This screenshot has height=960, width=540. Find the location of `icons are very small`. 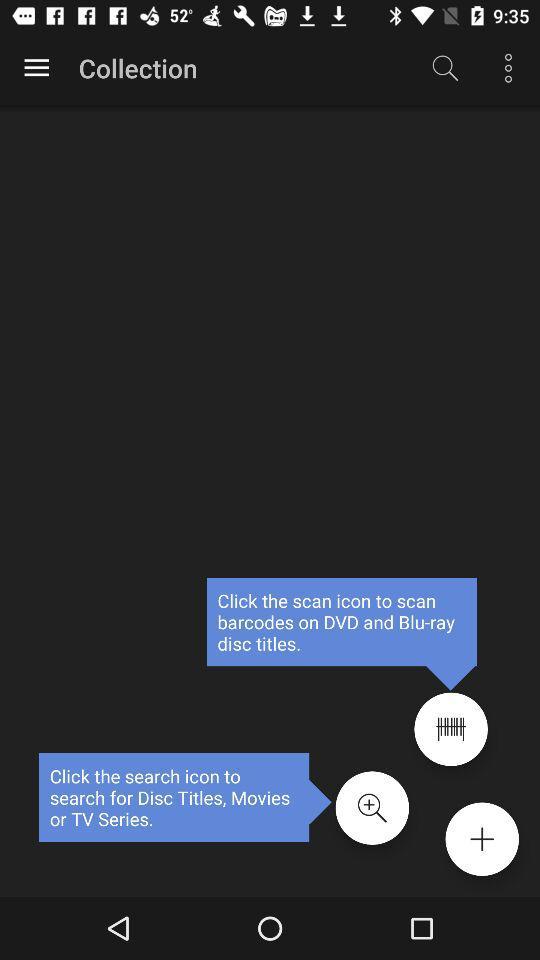

icons are very small is located at coordinates (451, 728).